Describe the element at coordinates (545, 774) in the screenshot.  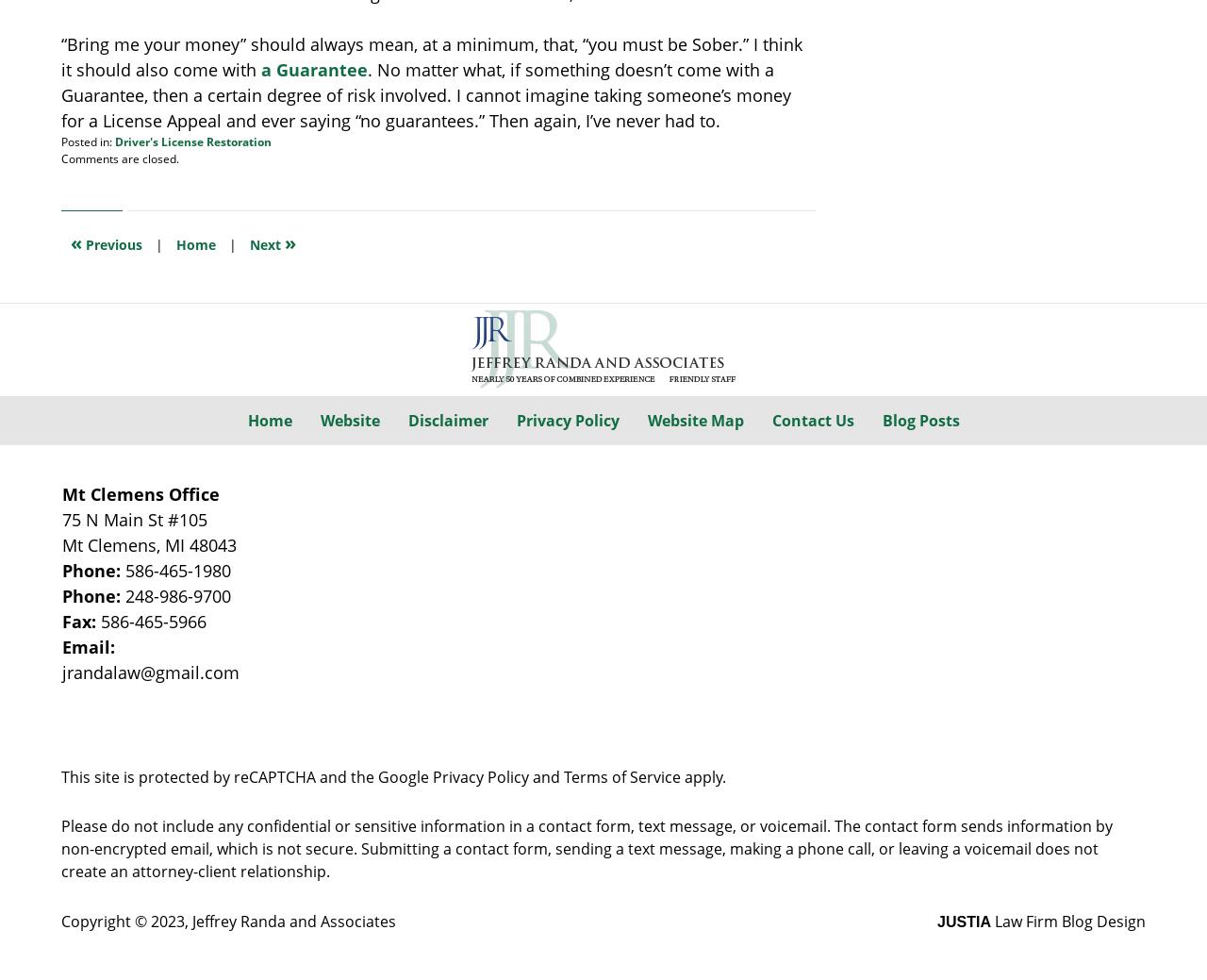
I see `'and'` at that location.